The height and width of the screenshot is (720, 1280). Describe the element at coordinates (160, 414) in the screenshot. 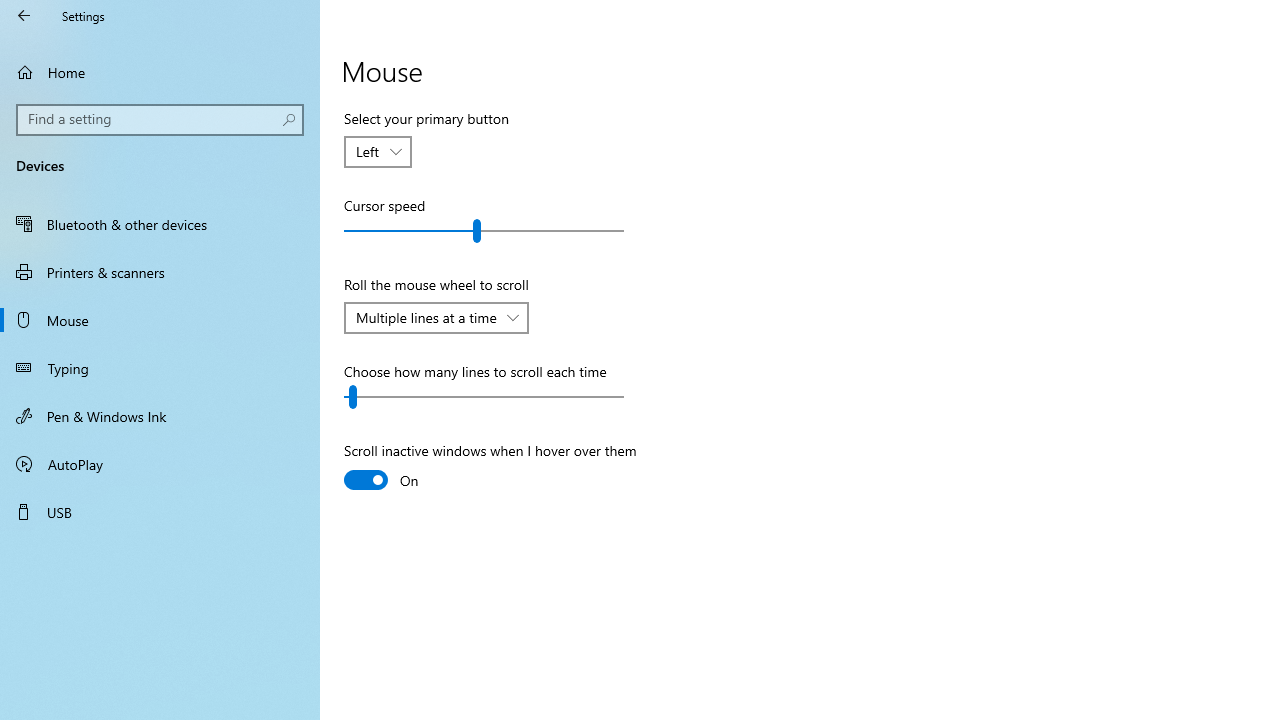

I see `'Pen & Windows Ink'` at that location.